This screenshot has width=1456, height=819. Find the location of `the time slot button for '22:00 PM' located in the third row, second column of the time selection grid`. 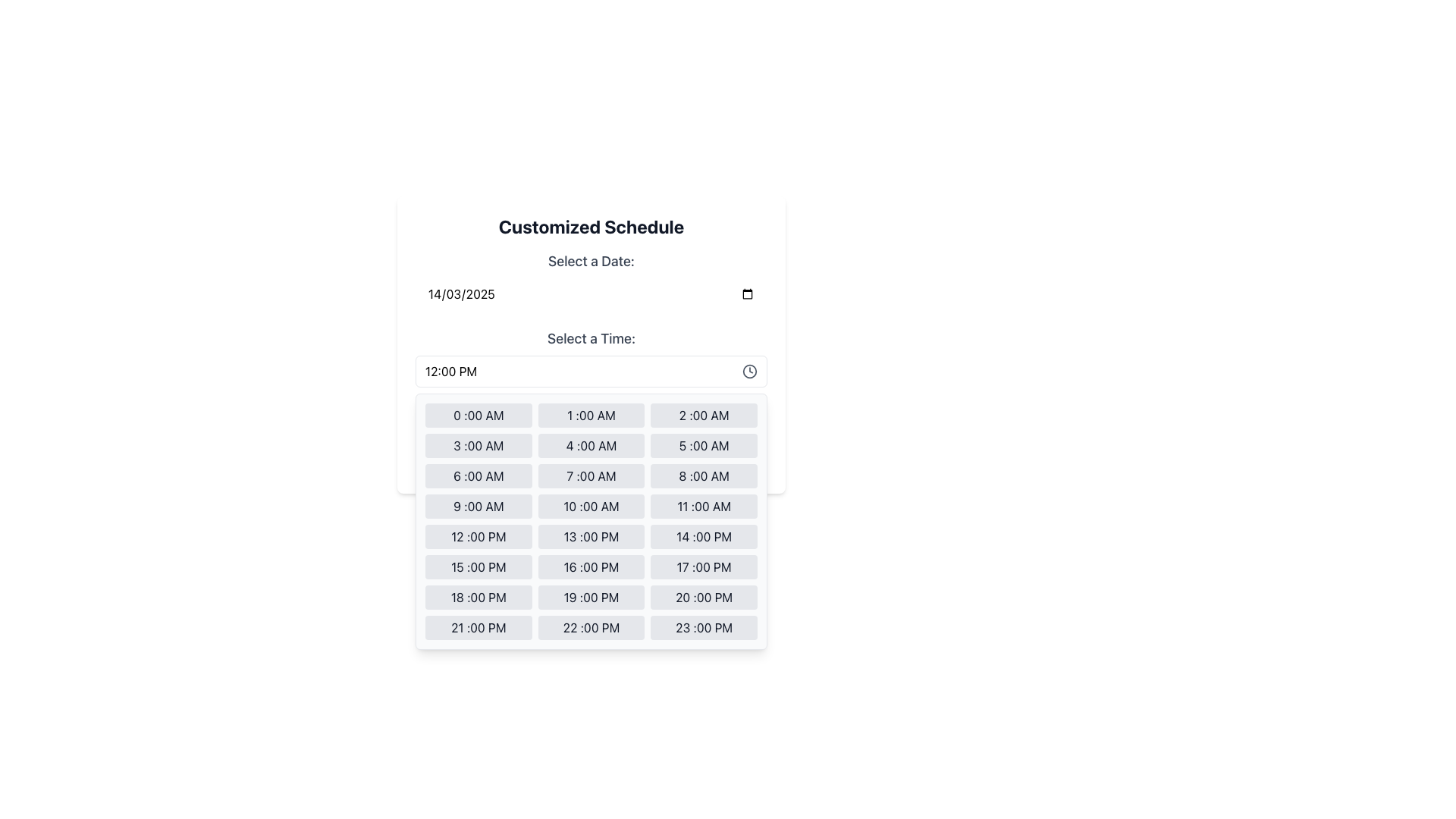

the time slot button for '22:00 PM' located in the third row, second column of the time selection grid is located at coordinates (590, 628).